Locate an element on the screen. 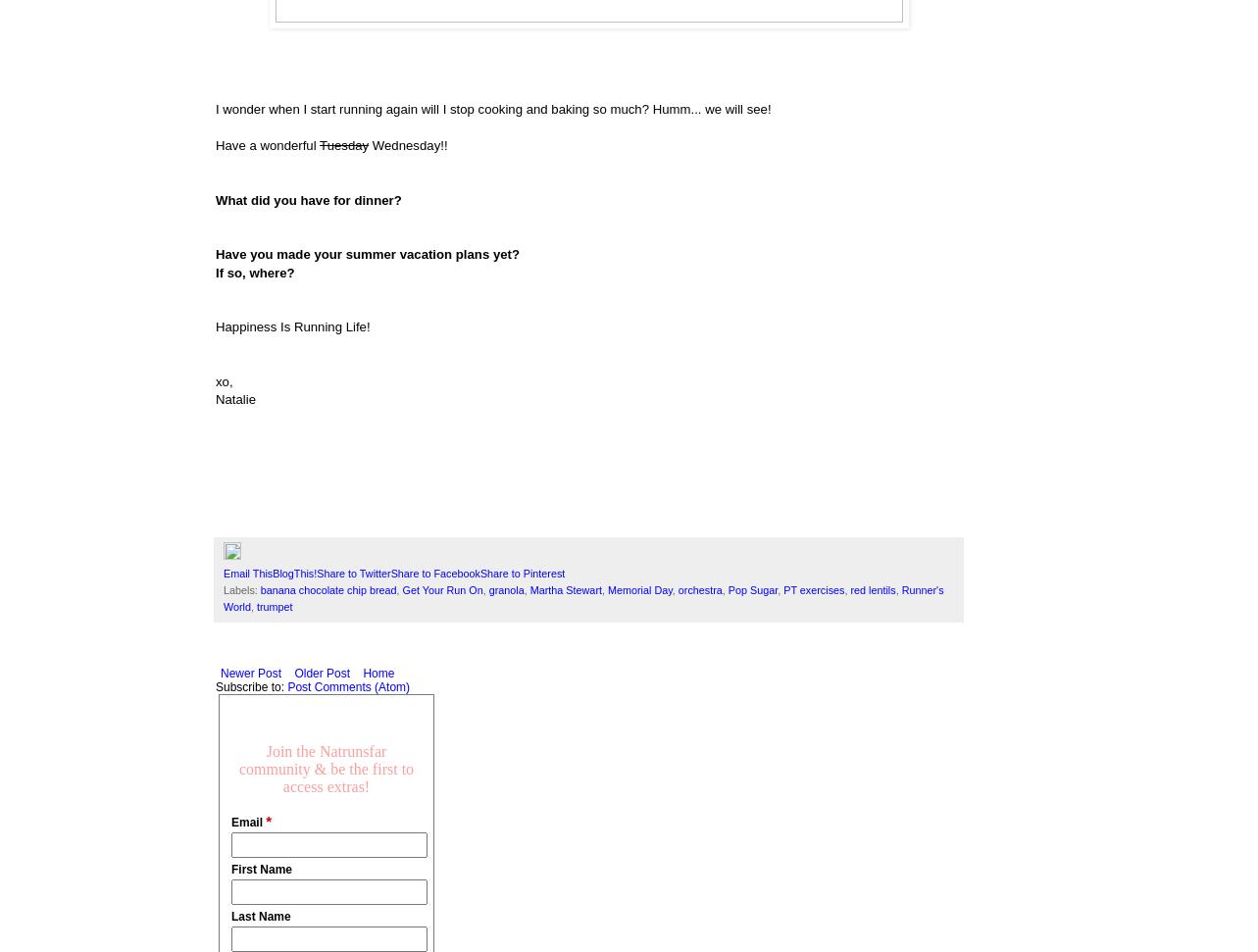 This screenshot has height=952, width=1258. 'granola' is located at coordinates (506, 589).